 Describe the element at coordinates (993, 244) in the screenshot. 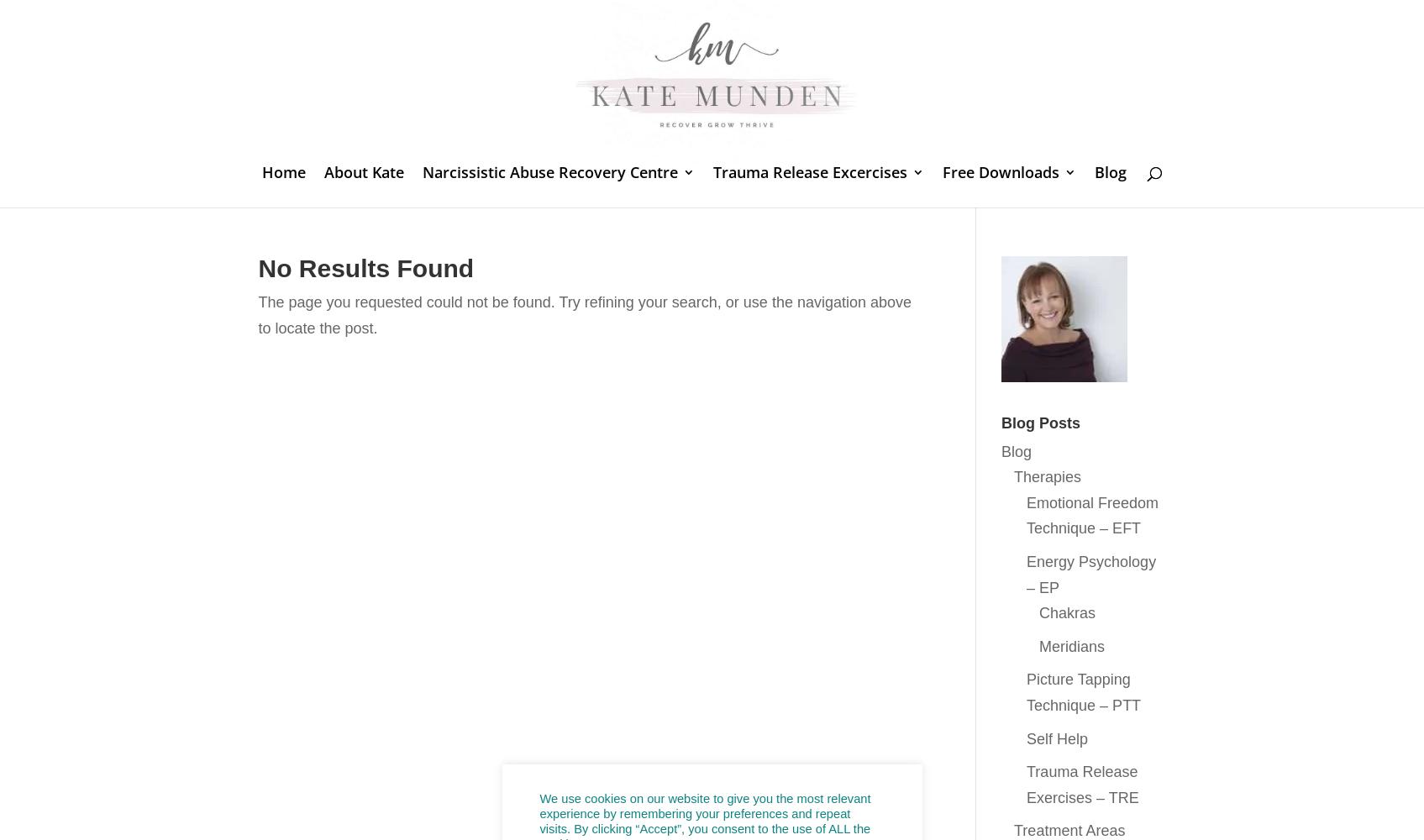

I see `'TRE at home'` at that location.